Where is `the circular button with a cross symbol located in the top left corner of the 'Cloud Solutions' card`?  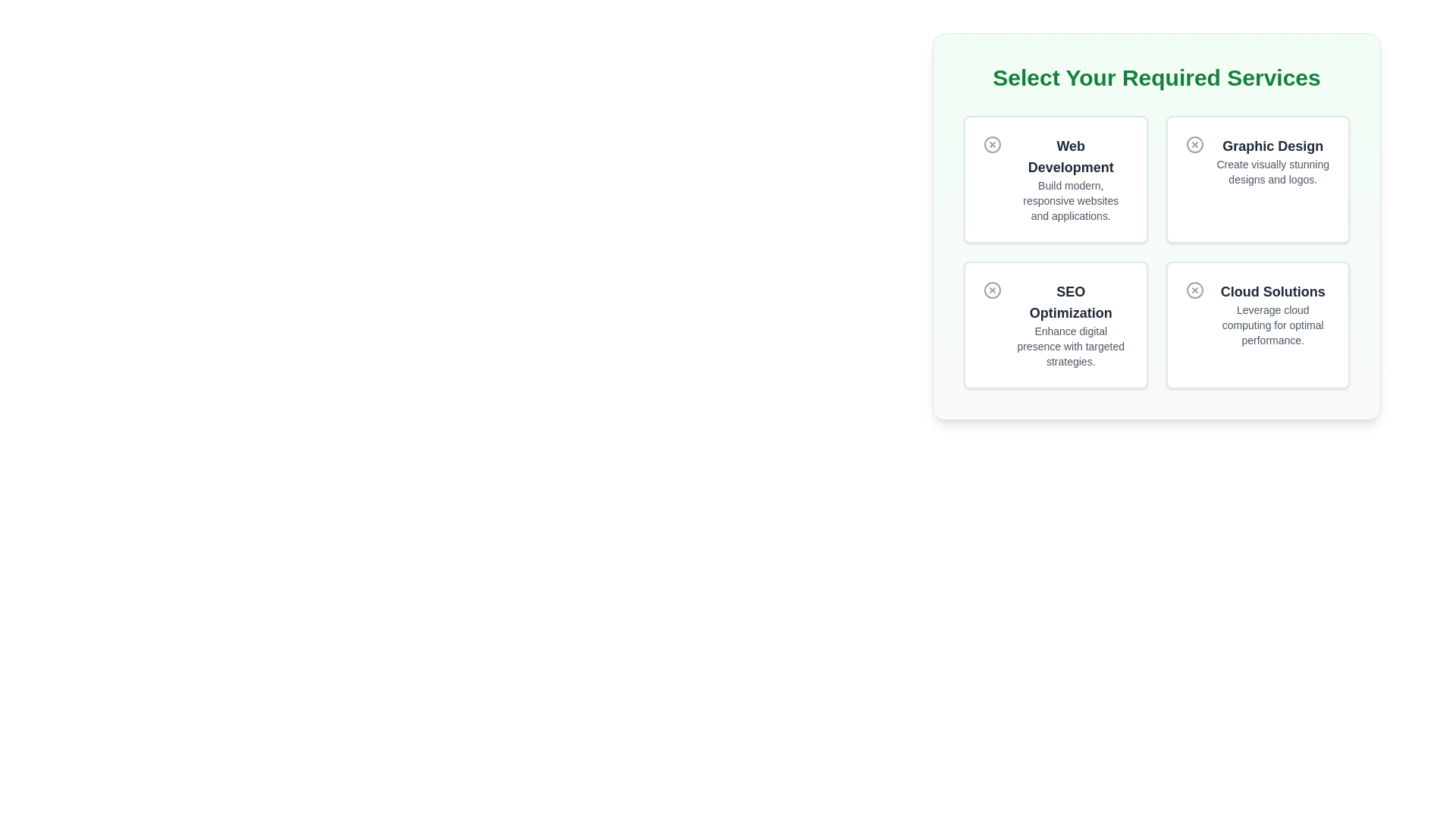 the circular button with a cross symbol located in the top left corner of the 'Cloud Solutions' card is located at coordinates (1194, 290).